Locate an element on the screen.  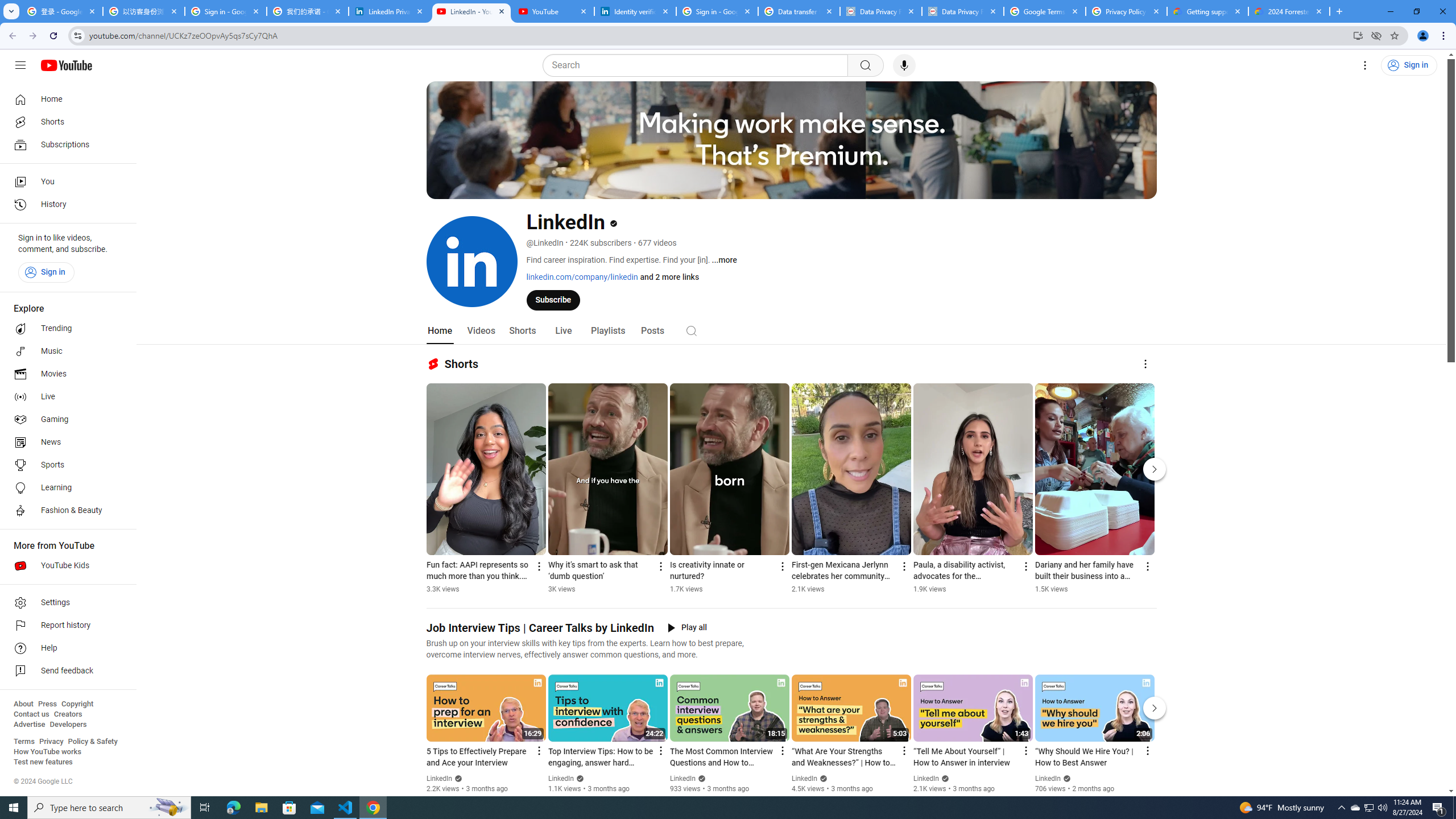
'Privacy' is located at coordinates (51, 741).